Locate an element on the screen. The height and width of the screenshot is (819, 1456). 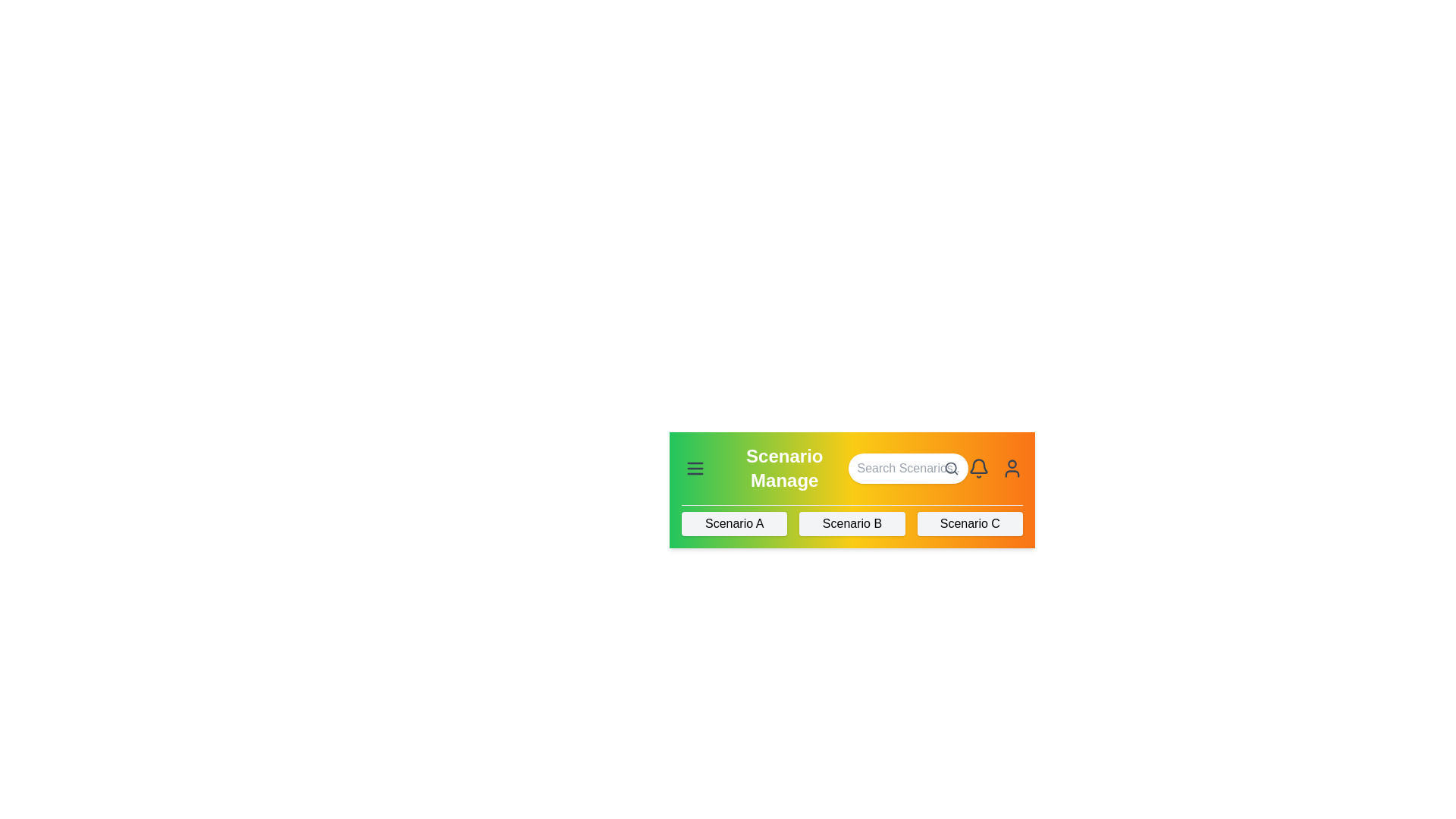
the bell icon to toggle notification settings is located at coordinates (979, 467).